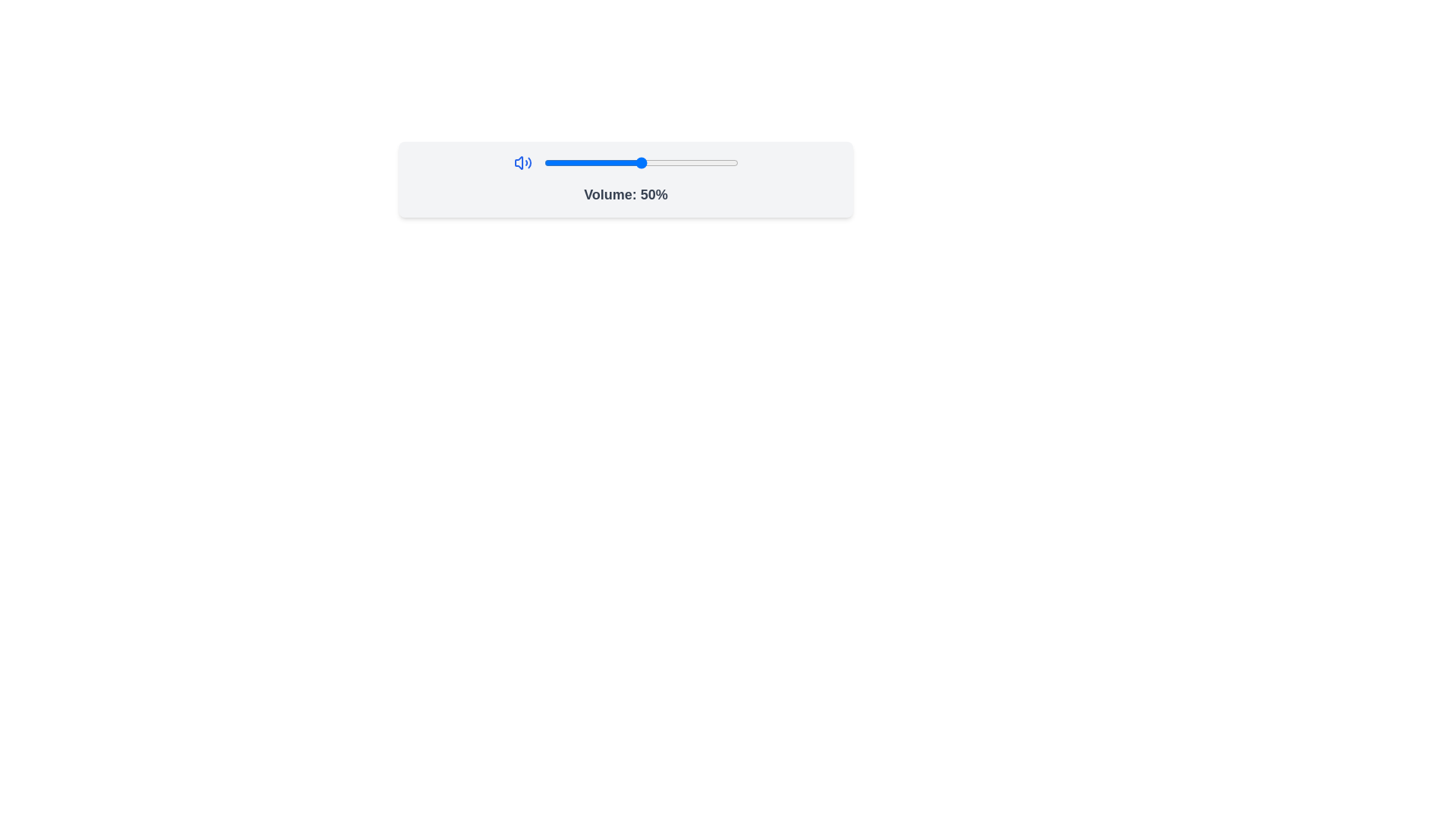 The width and height of the screenshot is (1456, 819). I want to click on the volume, so click(692, 163).